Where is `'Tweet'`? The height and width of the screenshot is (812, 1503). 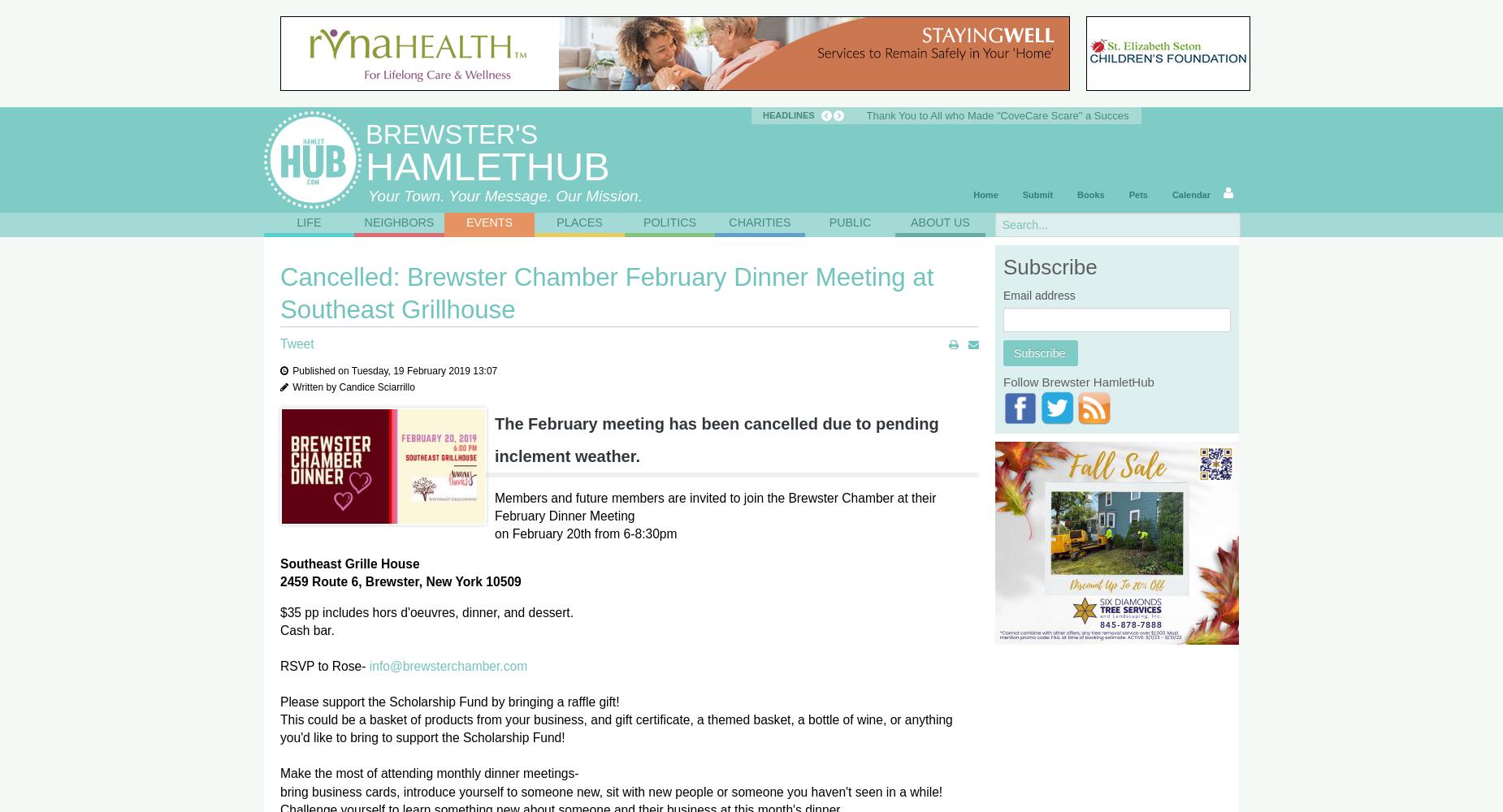 'Tweet' is located at coordinates (296, 343).